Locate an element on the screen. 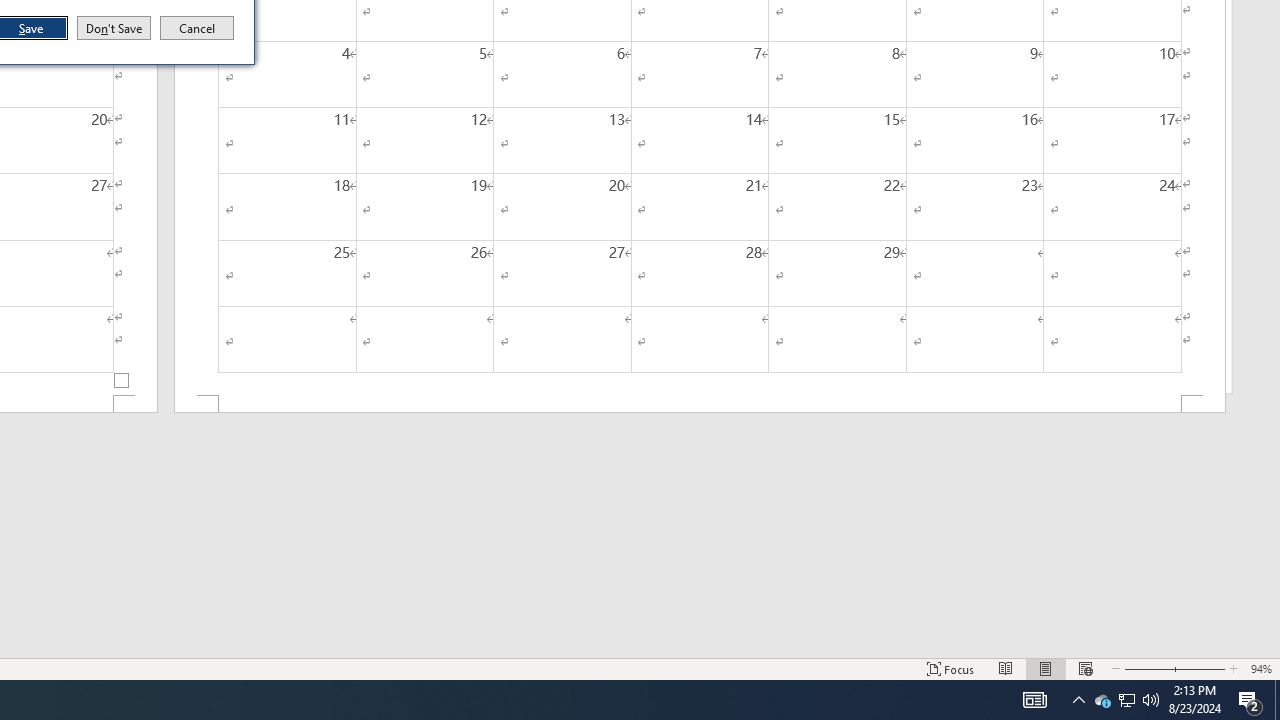 The image size is (1280, 720). 'Cancel' is located at coordinates (197, 28).